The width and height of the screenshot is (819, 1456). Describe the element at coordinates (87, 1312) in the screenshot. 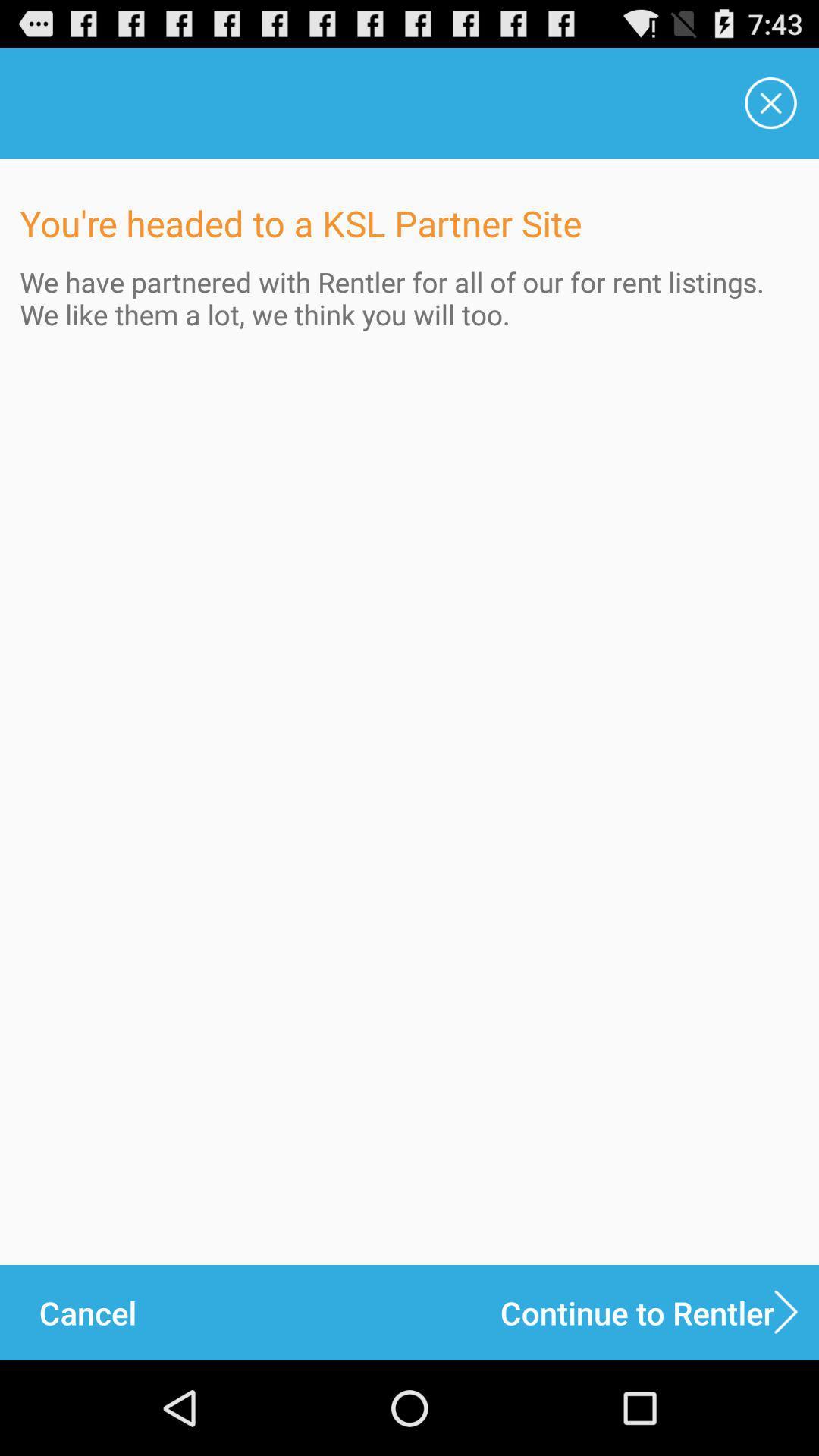

I see `the cancel` at that location.